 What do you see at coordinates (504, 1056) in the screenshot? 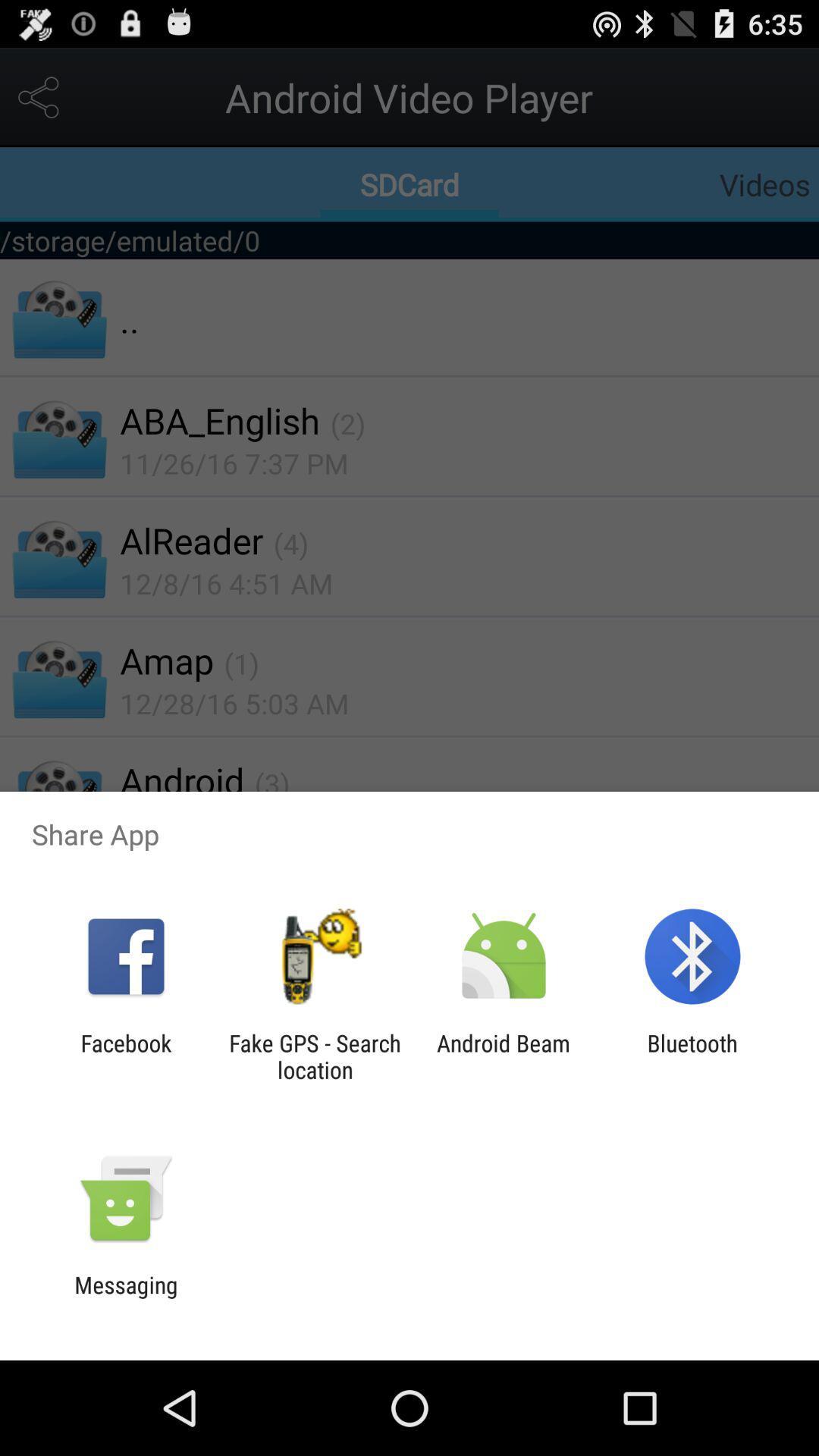
I see `app next to bluetooth` at bounding box center [504, 1056].